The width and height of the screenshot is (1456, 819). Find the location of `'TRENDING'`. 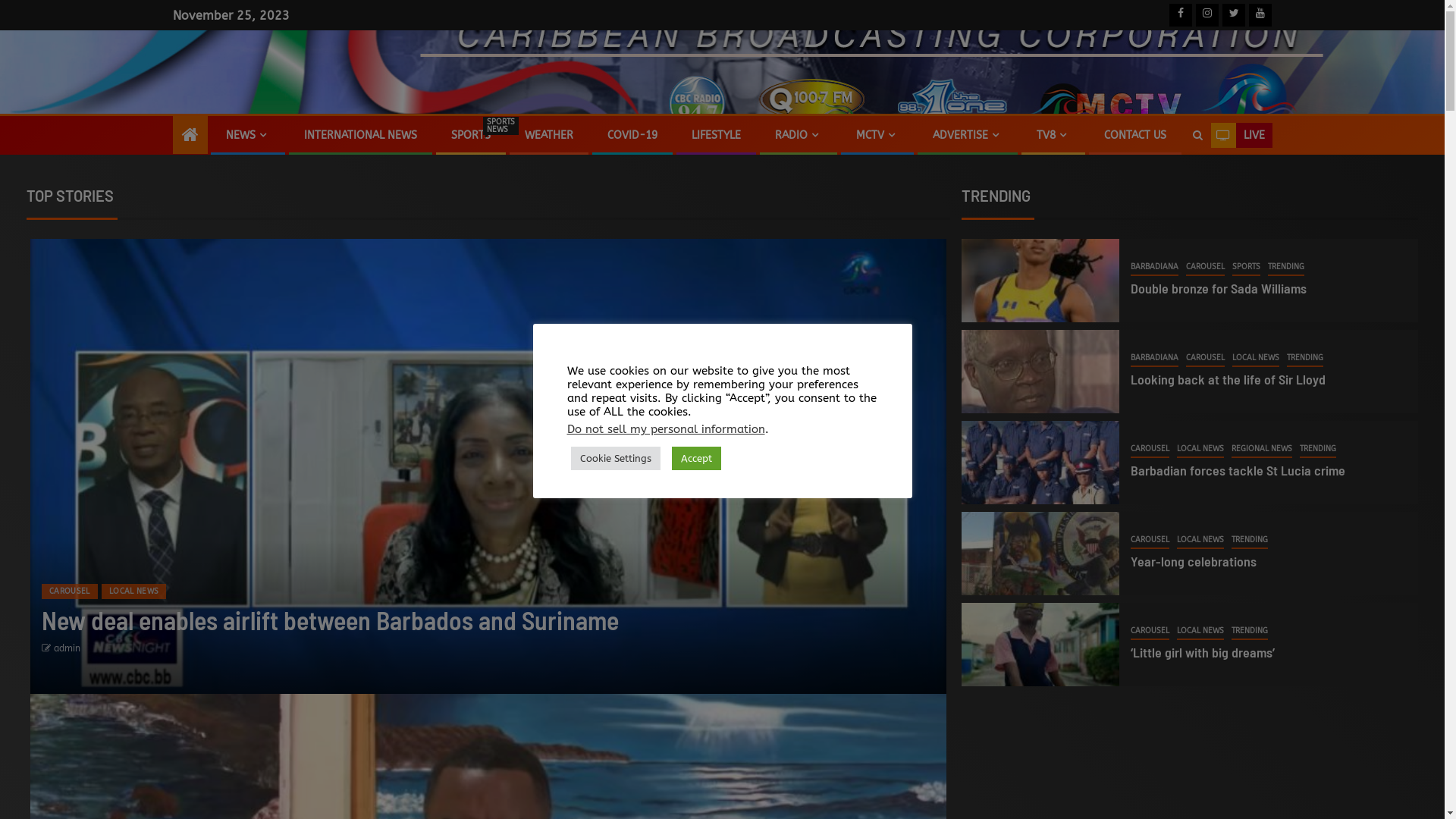

'TRENDING' is located at coordinates (1285, 267).